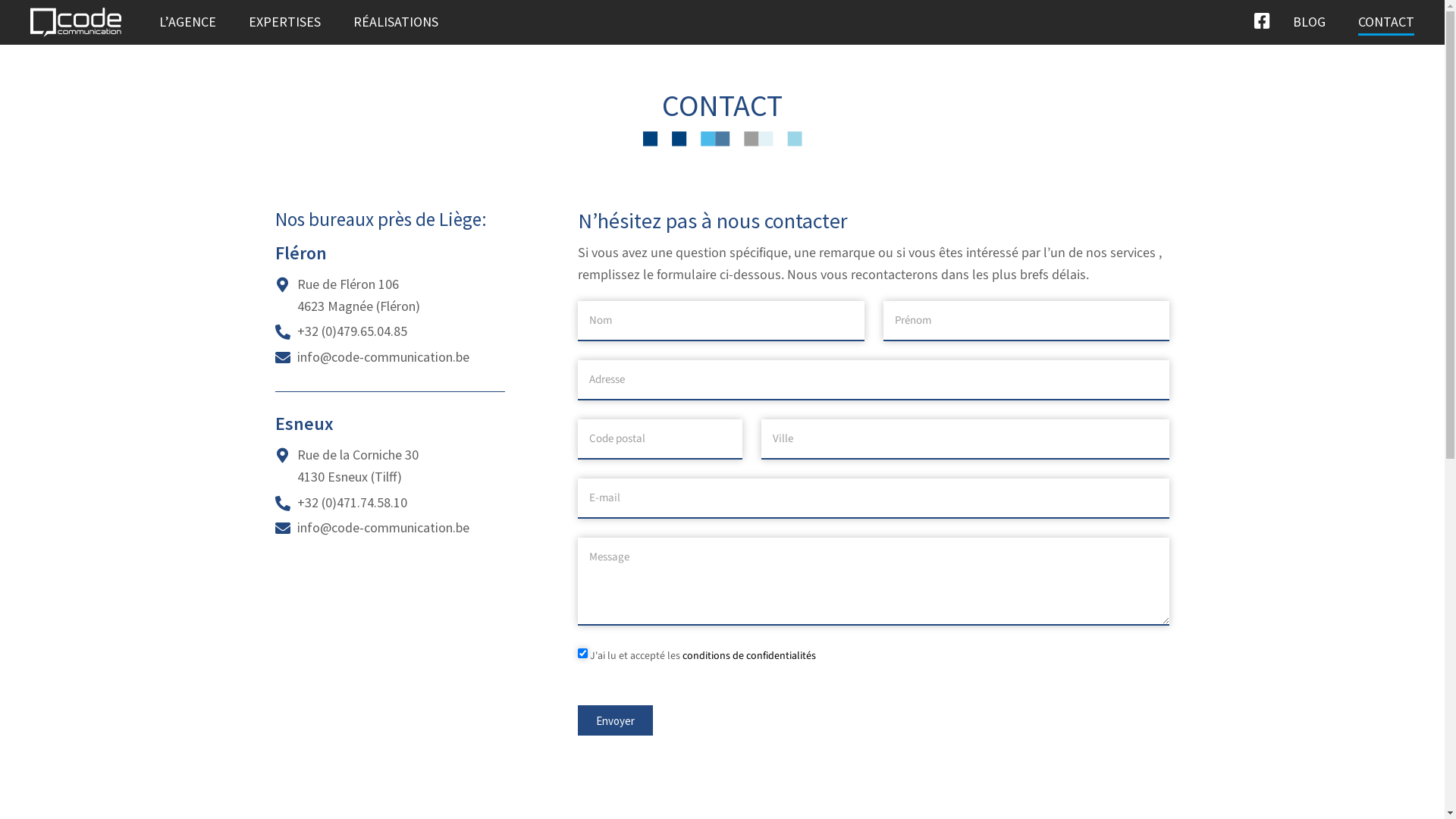 This screenshot has height=819, width=1456. I want to click on 'info@code-communication.be', so click(383, 356).